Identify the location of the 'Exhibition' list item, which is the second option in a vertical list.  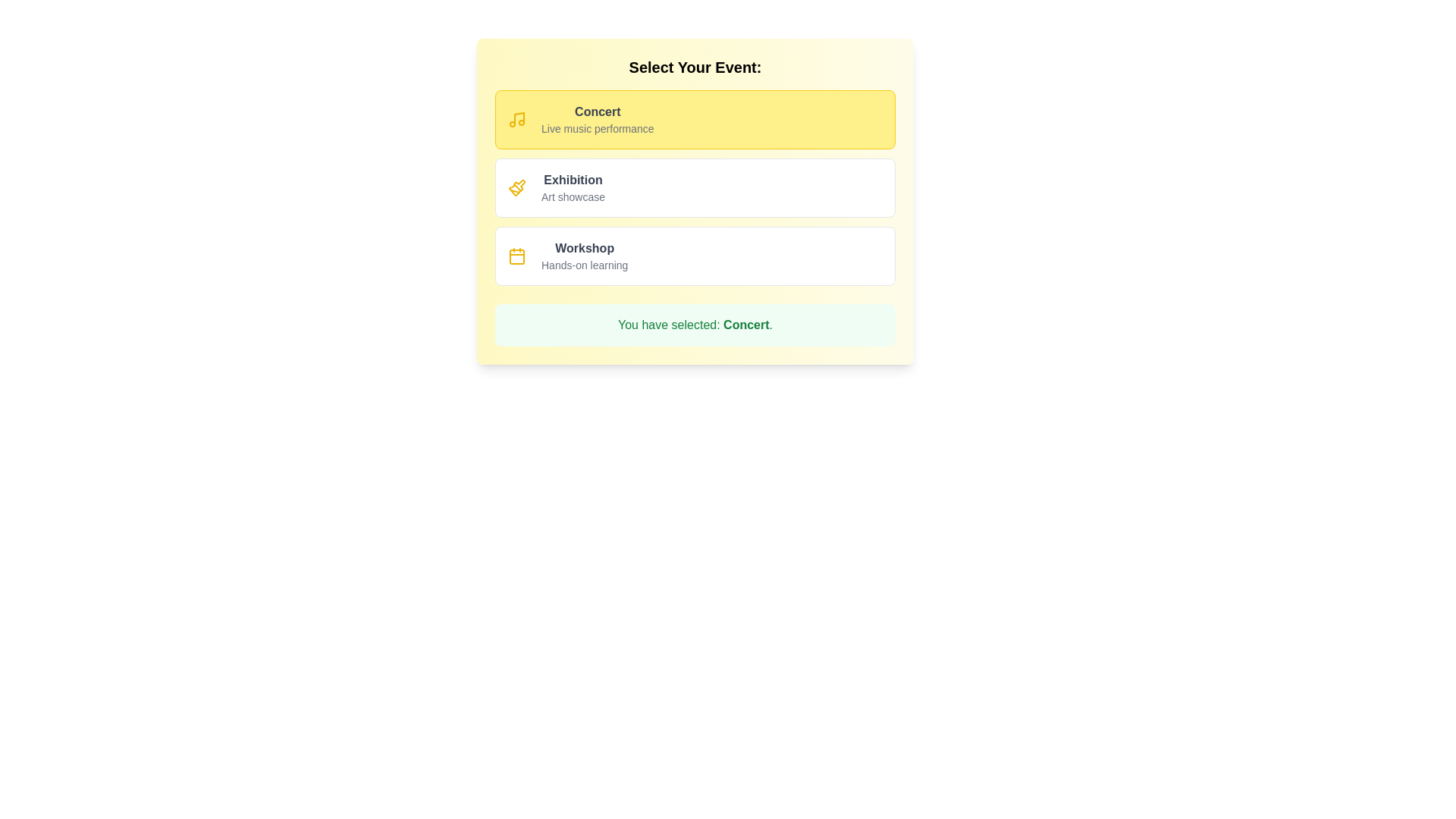
(694, 187).